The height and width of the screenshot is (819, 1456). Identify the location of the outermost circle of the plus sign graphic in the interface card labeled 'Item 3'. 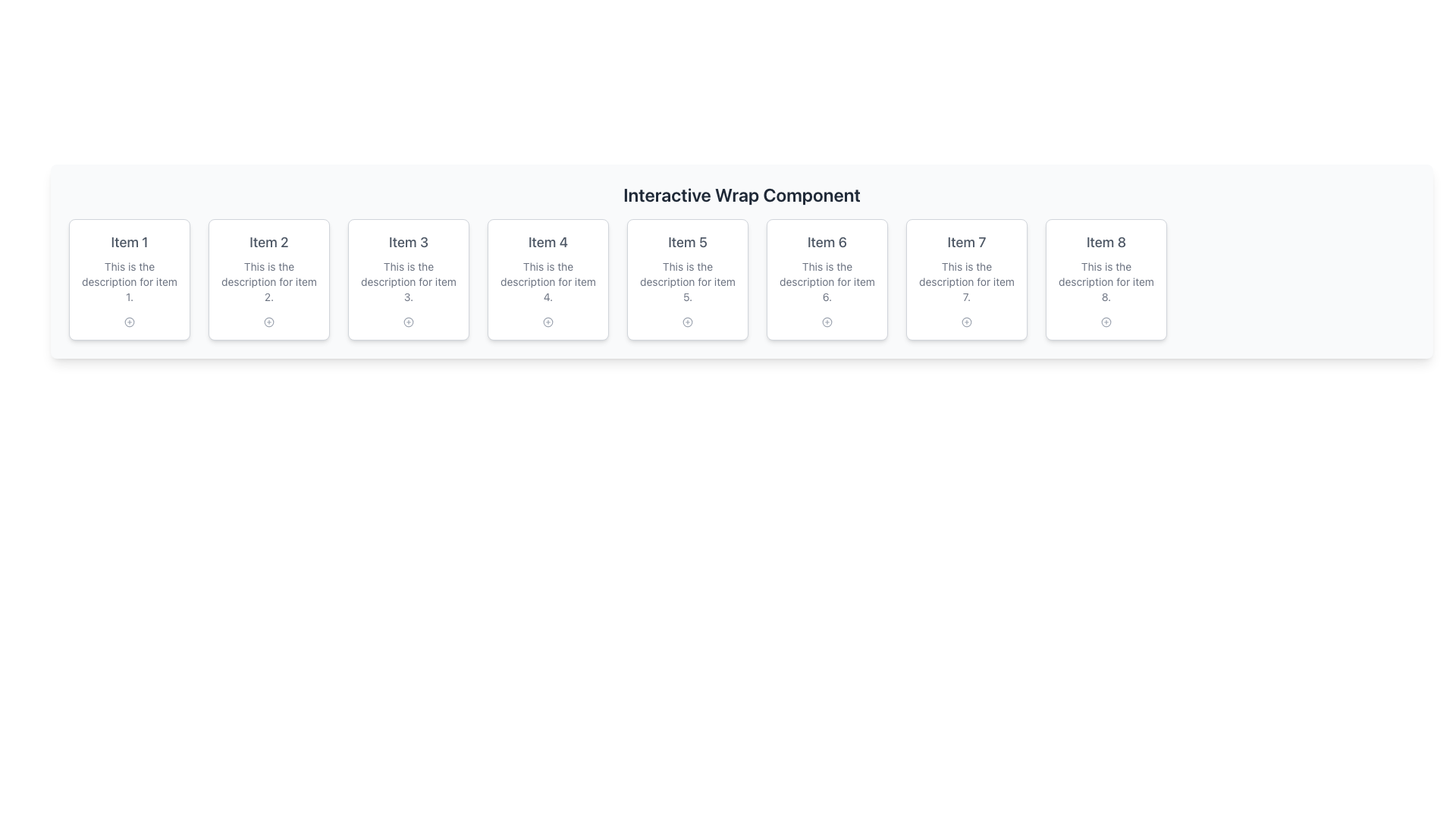
(408, 321).